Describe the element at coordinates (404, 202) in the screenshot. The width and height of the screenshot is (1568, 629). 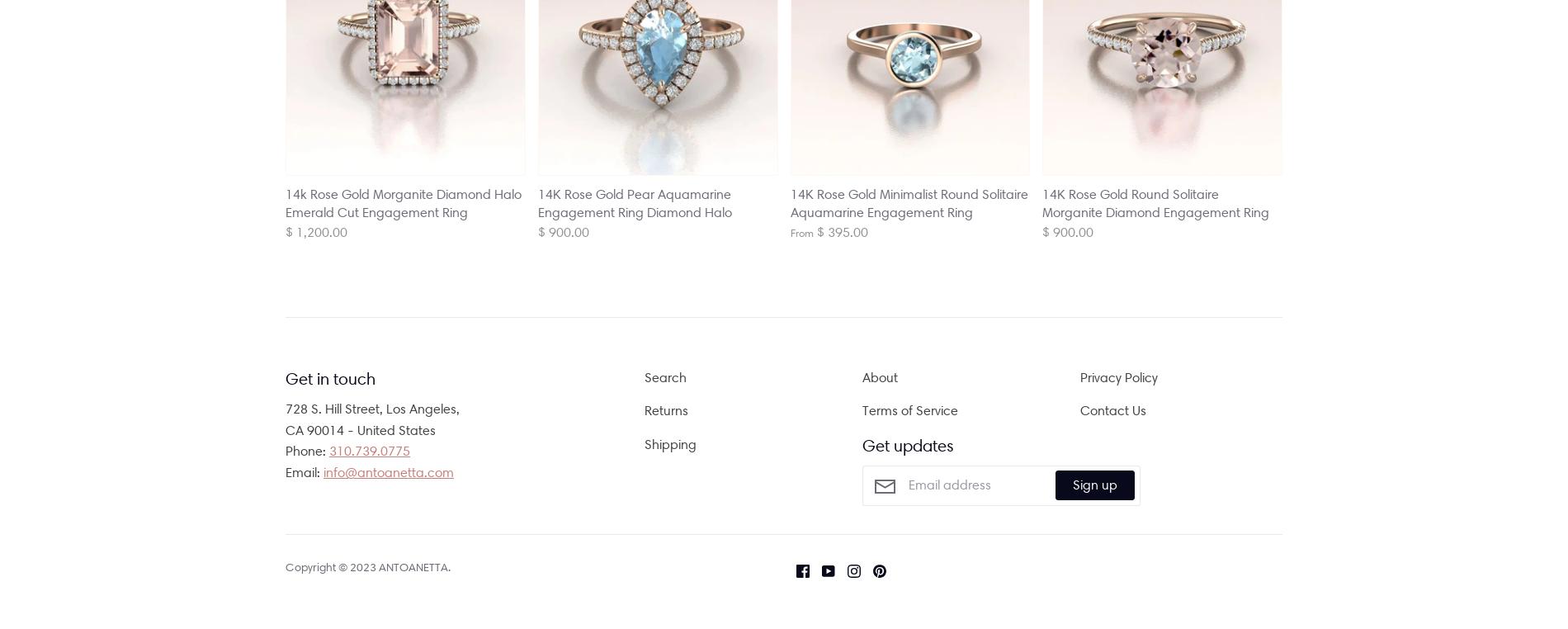
I see `'14k Rose Gold Morganite Diamond Halo Emerald Cut Engagement Ring'` at that location.